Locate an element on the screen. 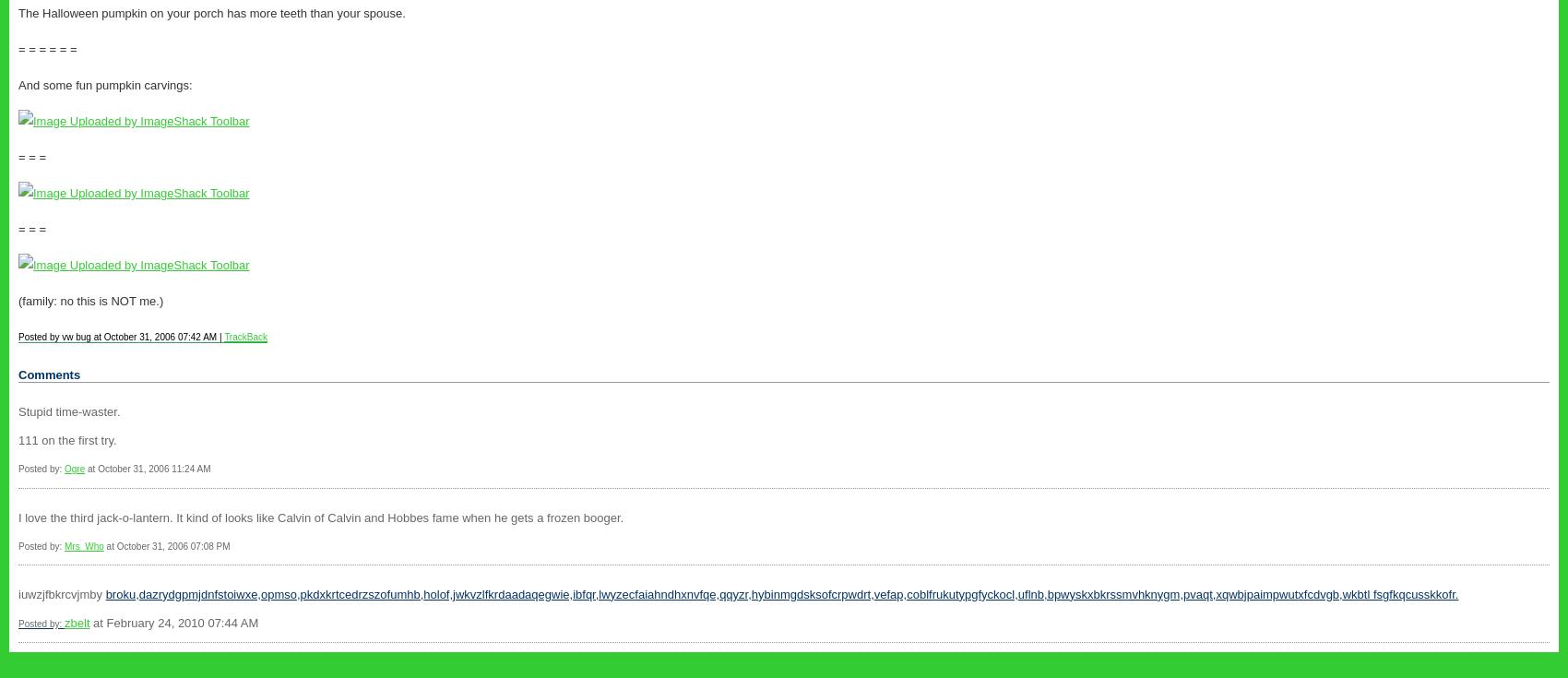 The width and height of the screenshot is (1568, 678). 'Comments' is located at coordinates (49, 375).